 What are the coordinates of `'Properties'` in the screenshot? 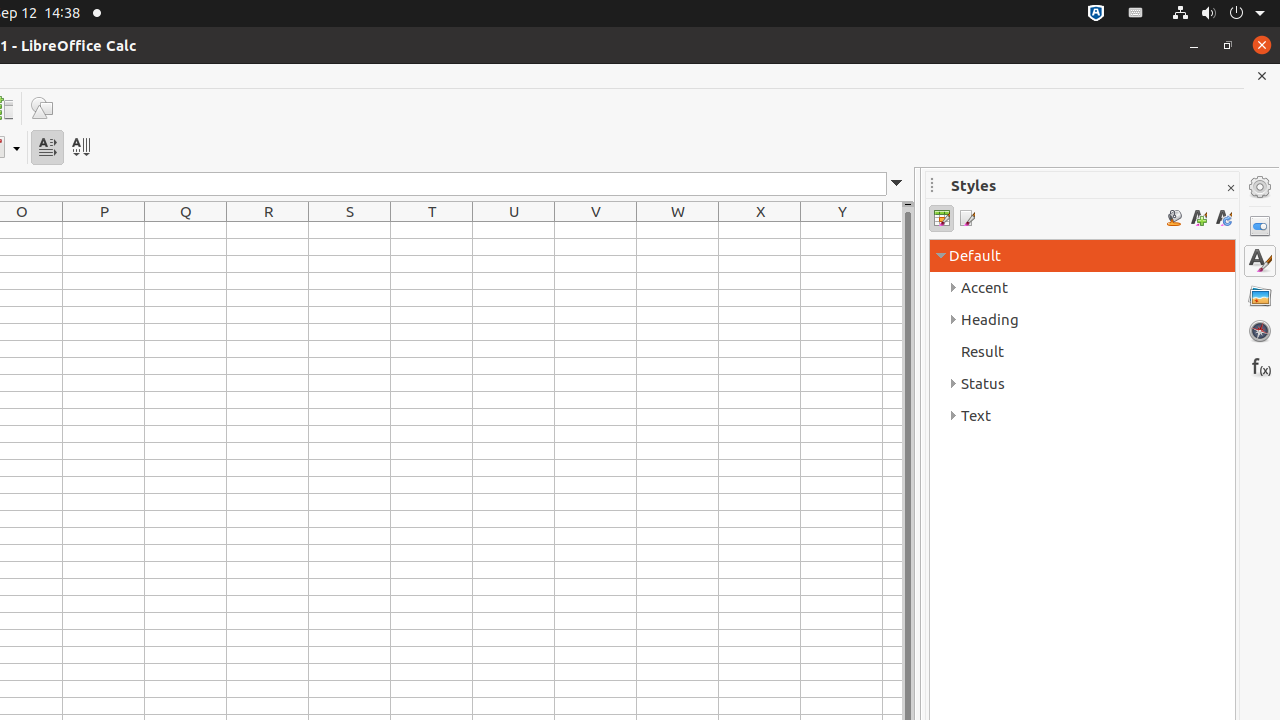 It's located at (1259, 225).